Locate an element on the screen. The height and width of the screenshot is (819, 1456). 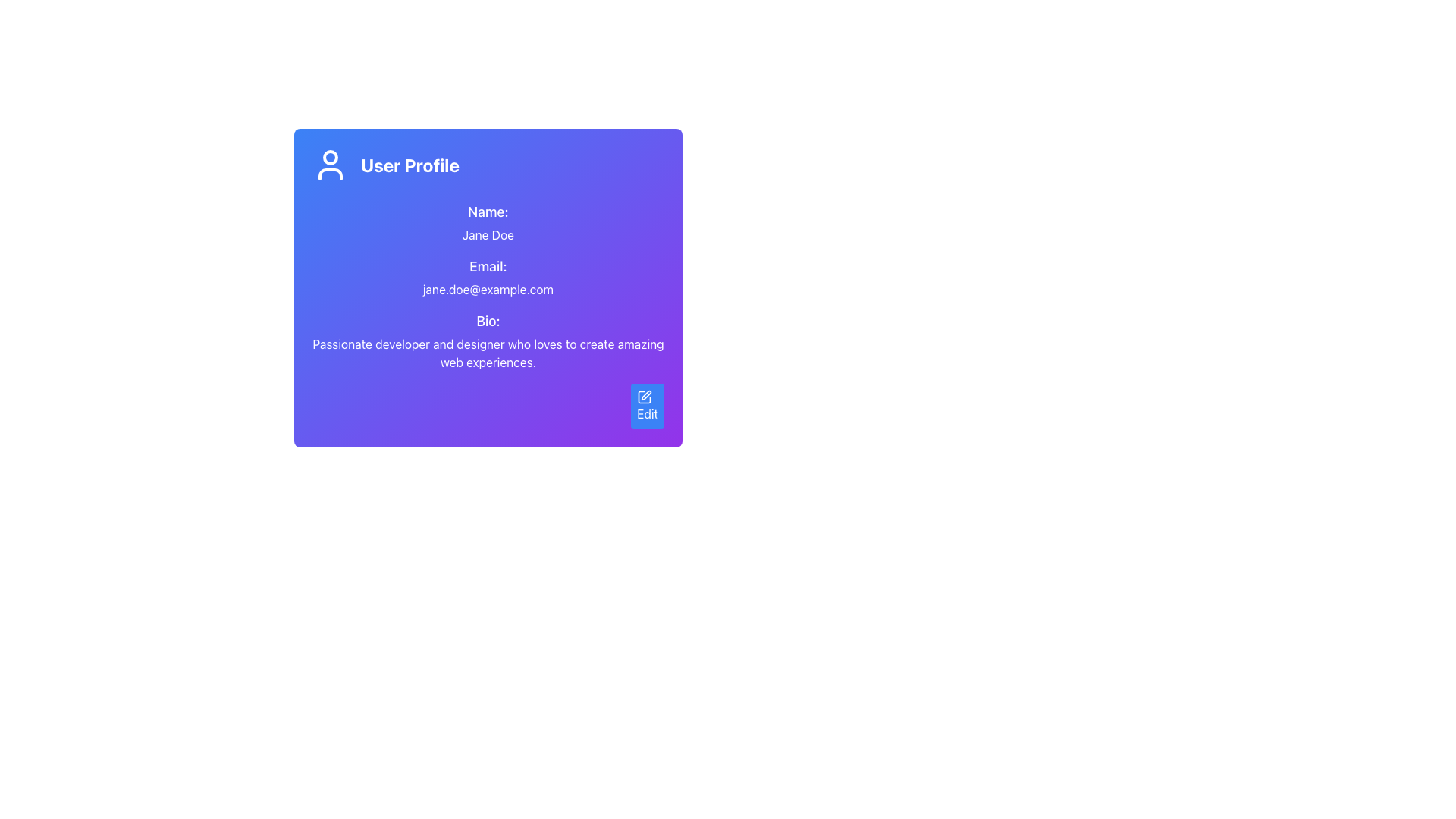
the 'Bio:' text label, which is styled with a larger font size and medium-weight typography, positioned centrally above the user's biography paragraph is located at coordinates (488, 321).